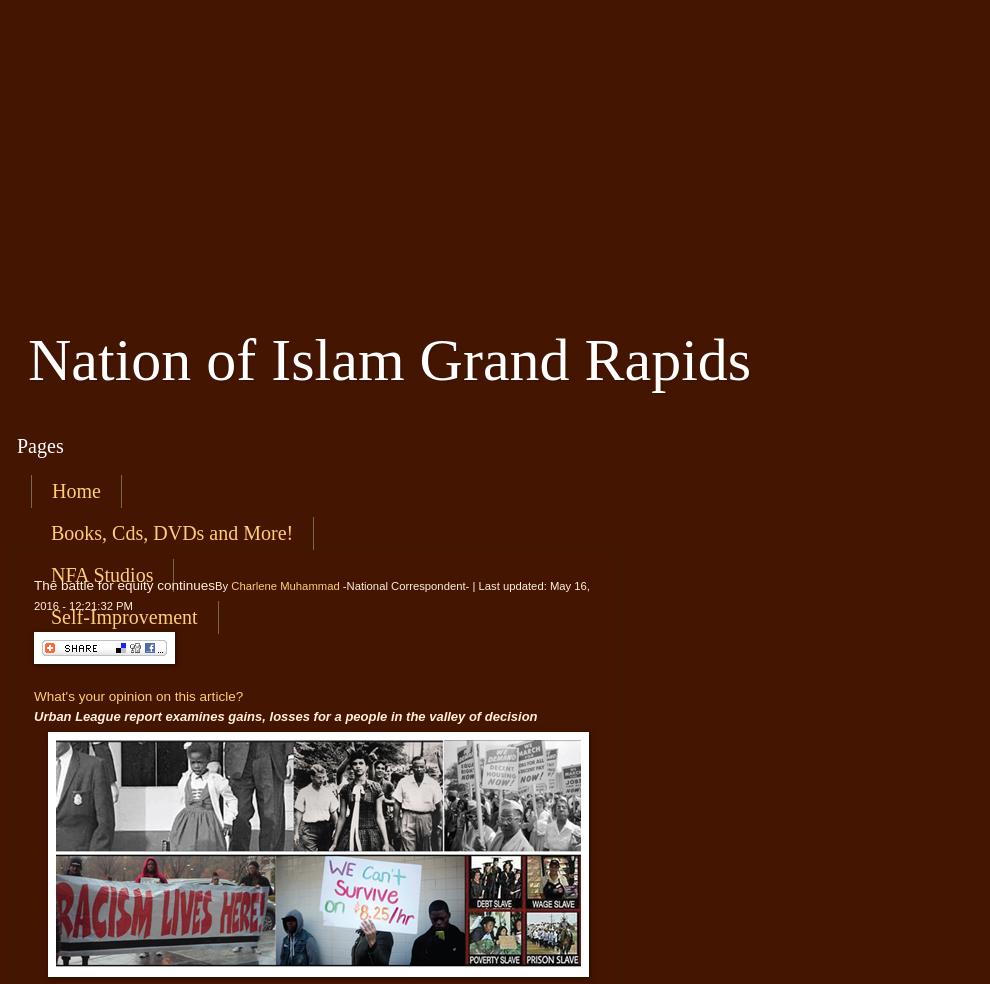  Describe the element at coordinates (137, 695) in the screenshot. I see `'What's your opinion on this article?'` at that location.